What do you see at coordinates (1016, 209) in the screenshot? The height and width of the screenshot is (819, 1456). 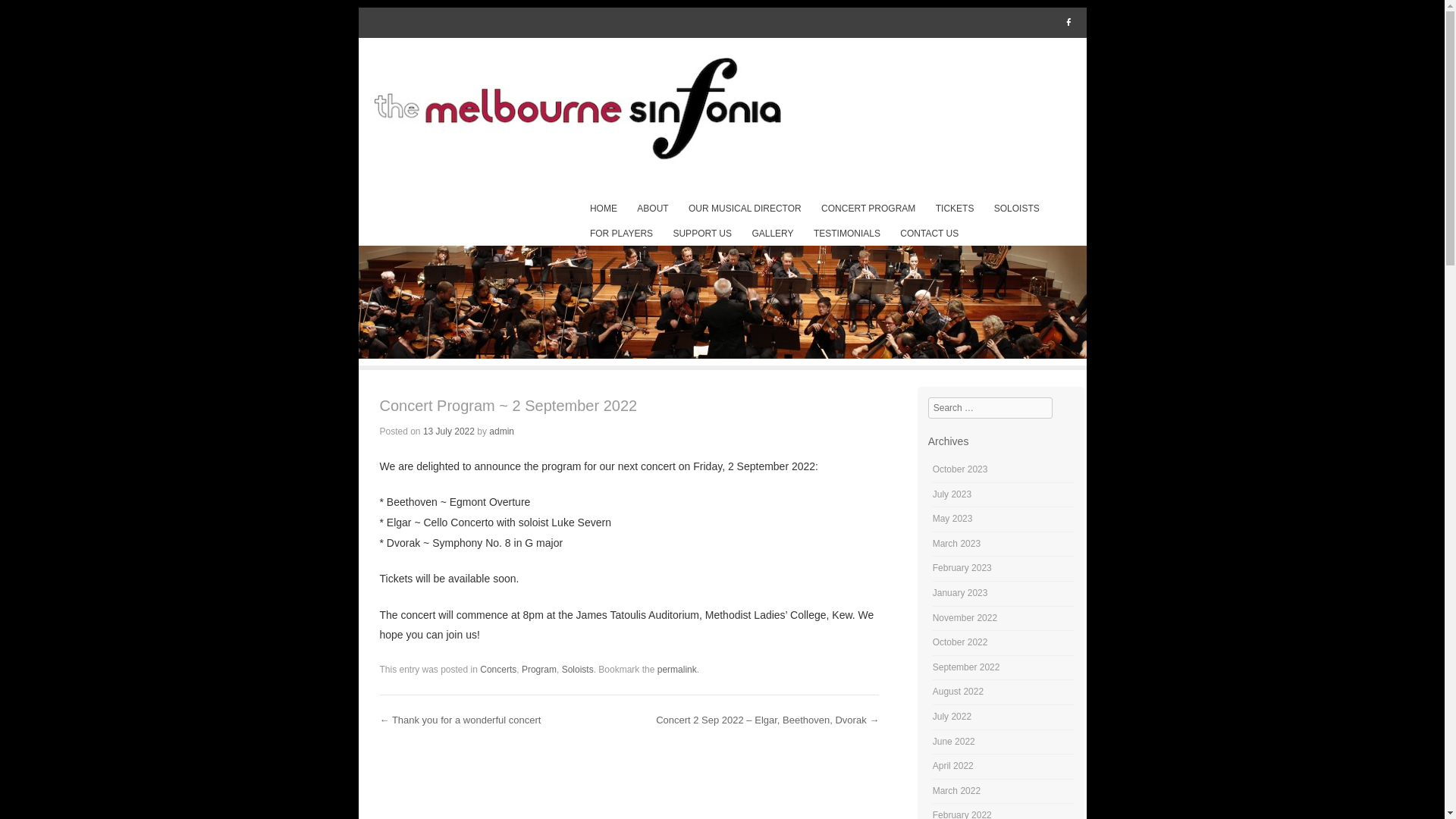 I see `'SOLOISTS'` at bounding box center [1016, 209].